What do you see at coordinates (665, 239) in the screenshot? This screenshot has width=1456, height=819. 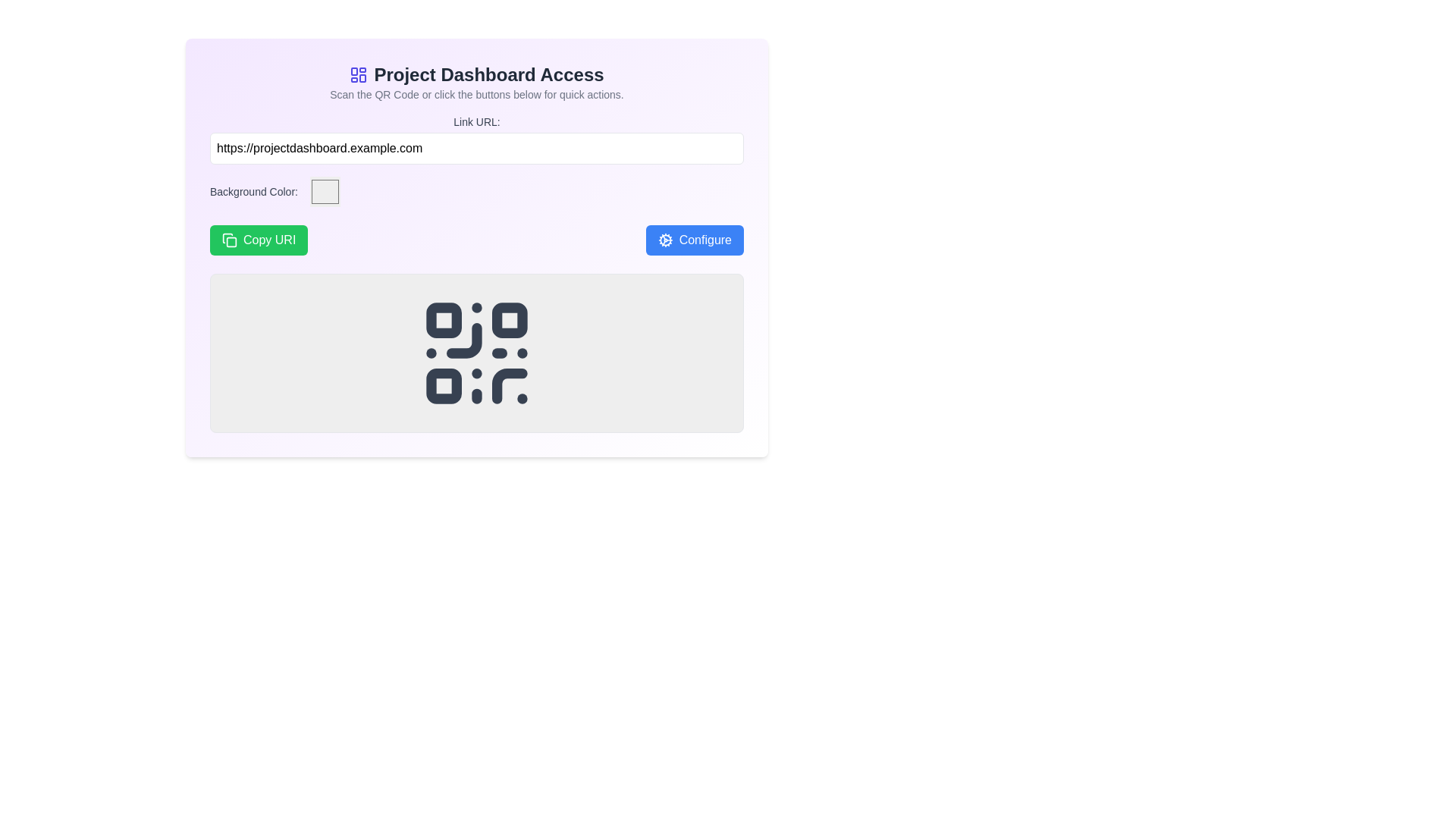 I see `the icon located to the left of the text label within the 'Configure' button in the upper-right portion of the interface` at bounding box center [665, 239].